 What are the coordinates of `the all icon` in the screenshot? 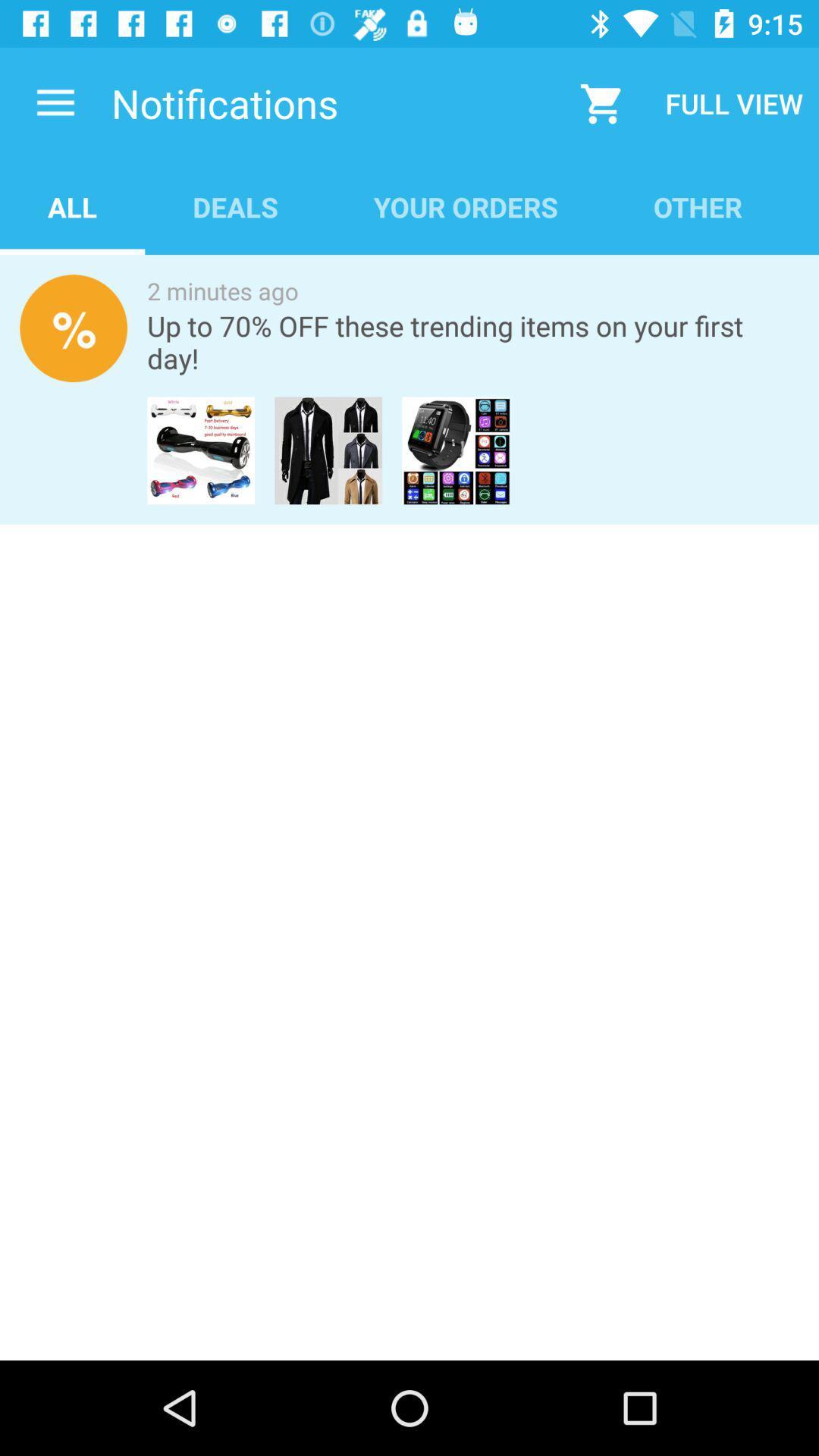 It's located at (72, 206).